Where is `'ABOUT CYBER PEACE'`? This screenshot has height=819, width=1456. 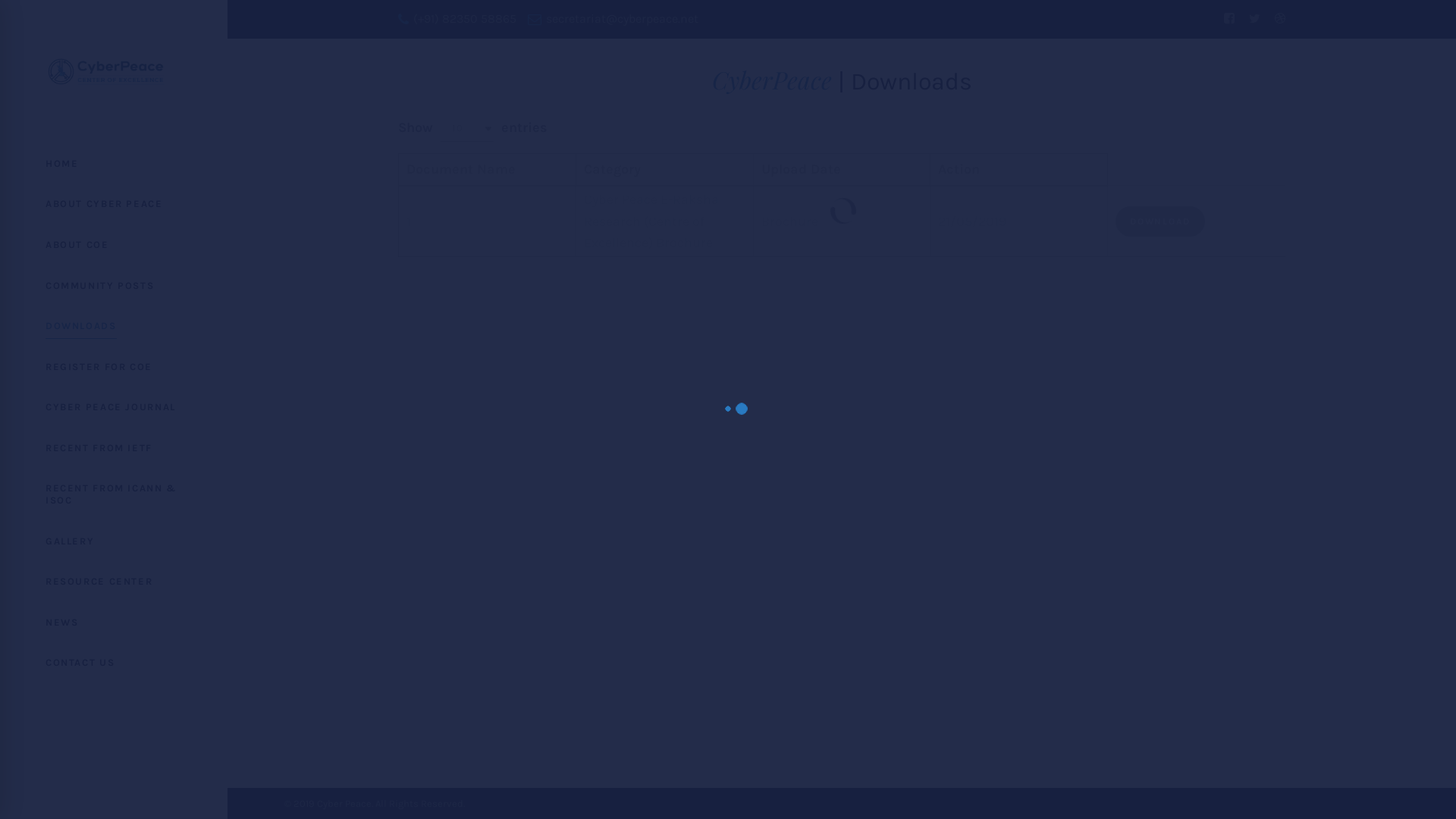
'ABOUT CYBER PEACE' is located at coordinates (0, 203).